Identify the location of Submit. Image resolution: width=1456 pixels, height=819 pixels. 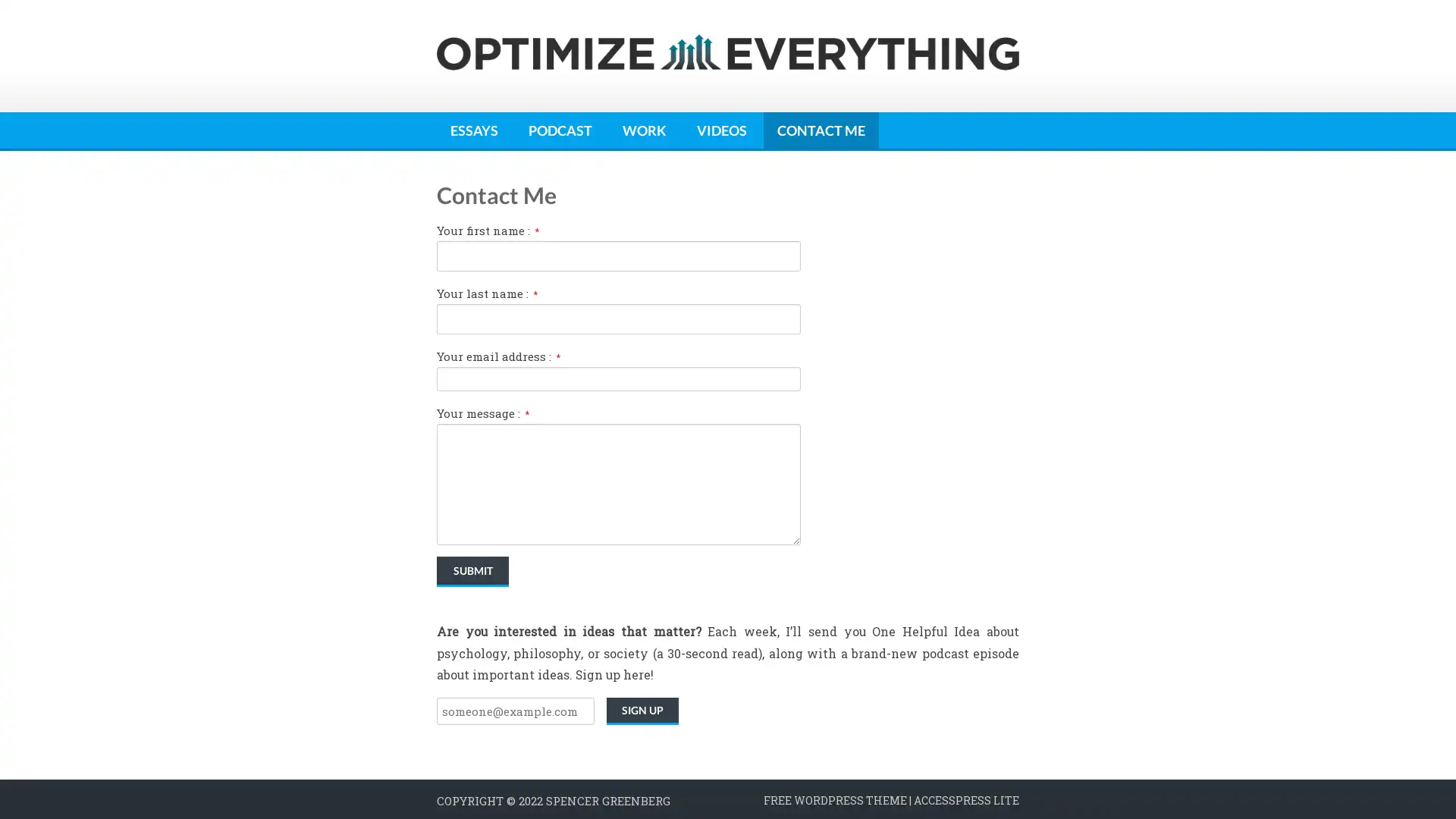
(472, 571).